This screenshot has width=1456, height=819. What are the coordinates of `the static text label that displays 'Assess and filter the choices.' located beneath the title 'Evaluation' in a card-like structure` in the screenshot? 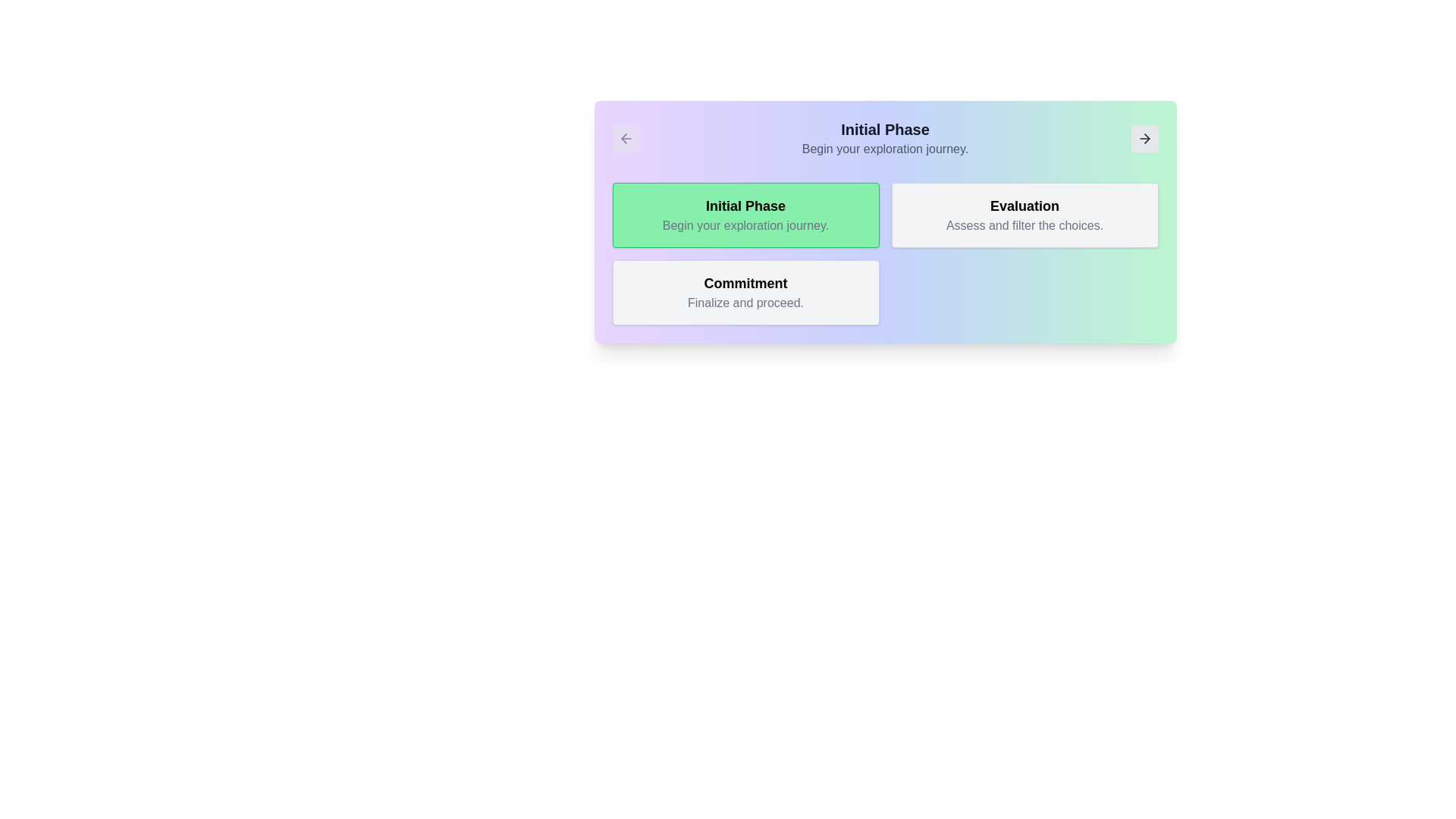 It's located at (1025, 225).